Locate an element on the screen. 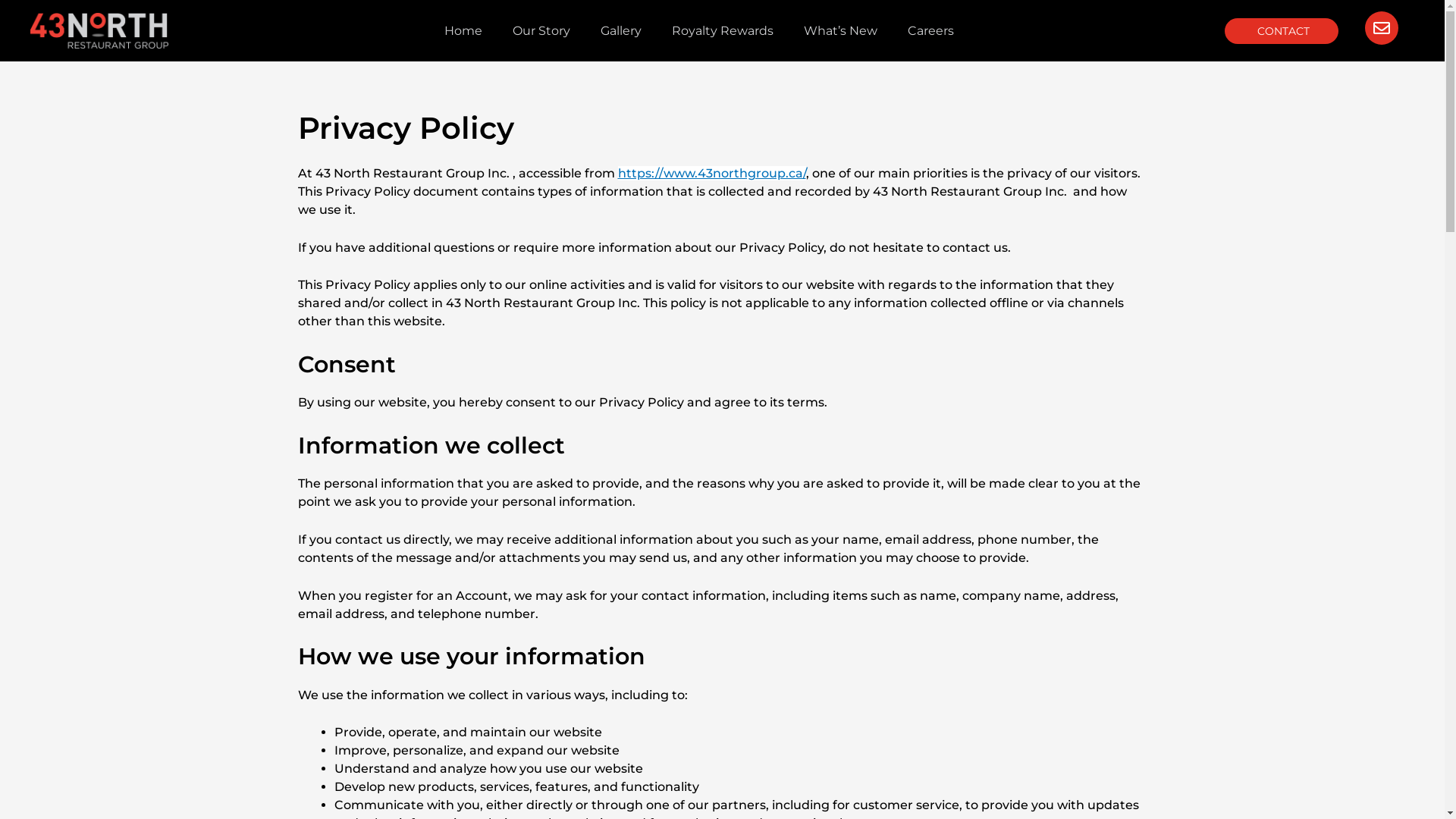 The image size is (1456, 819). 'Our Story' is located at coordinates (497, 31).